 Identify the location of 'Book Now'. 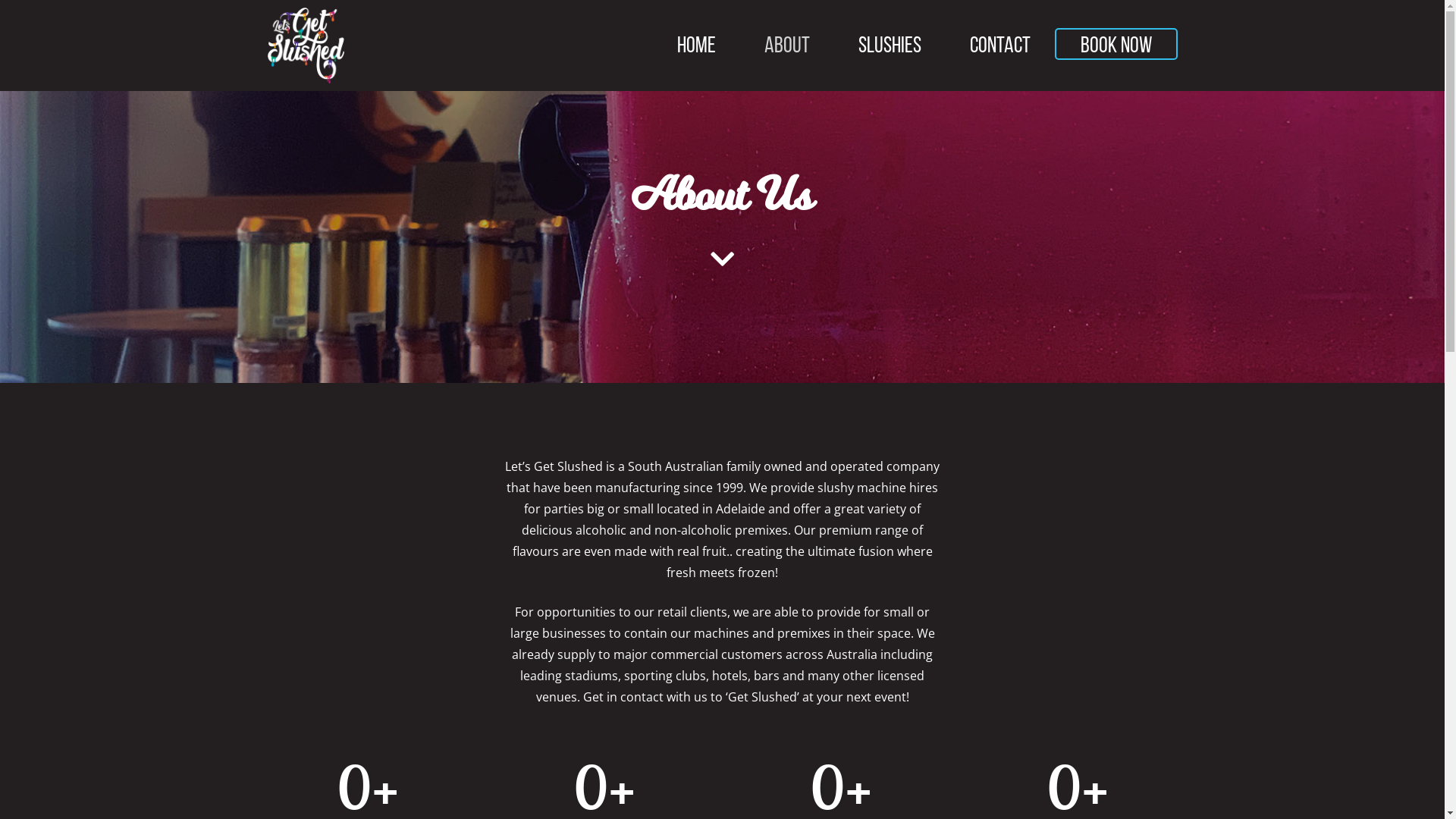
(1115, 42).